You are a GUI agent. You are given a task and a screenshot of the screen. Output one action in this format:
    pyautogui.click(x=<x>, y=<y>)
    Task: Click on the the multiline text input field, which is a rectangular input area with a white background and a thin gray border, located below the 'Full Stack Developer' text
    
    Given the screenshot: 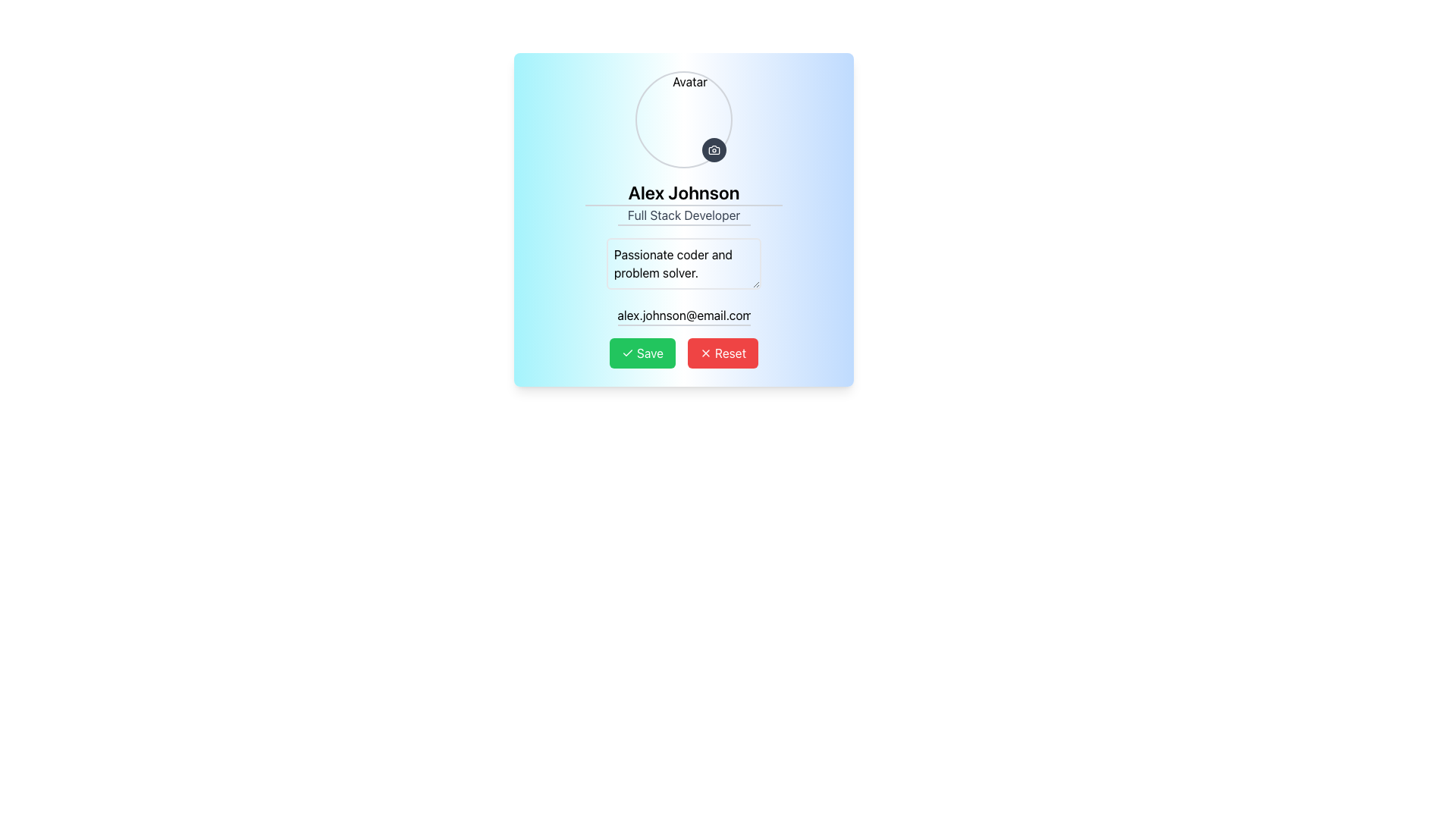 What is the action you would take?
    pyautogui.click(x=683, y=265)
    